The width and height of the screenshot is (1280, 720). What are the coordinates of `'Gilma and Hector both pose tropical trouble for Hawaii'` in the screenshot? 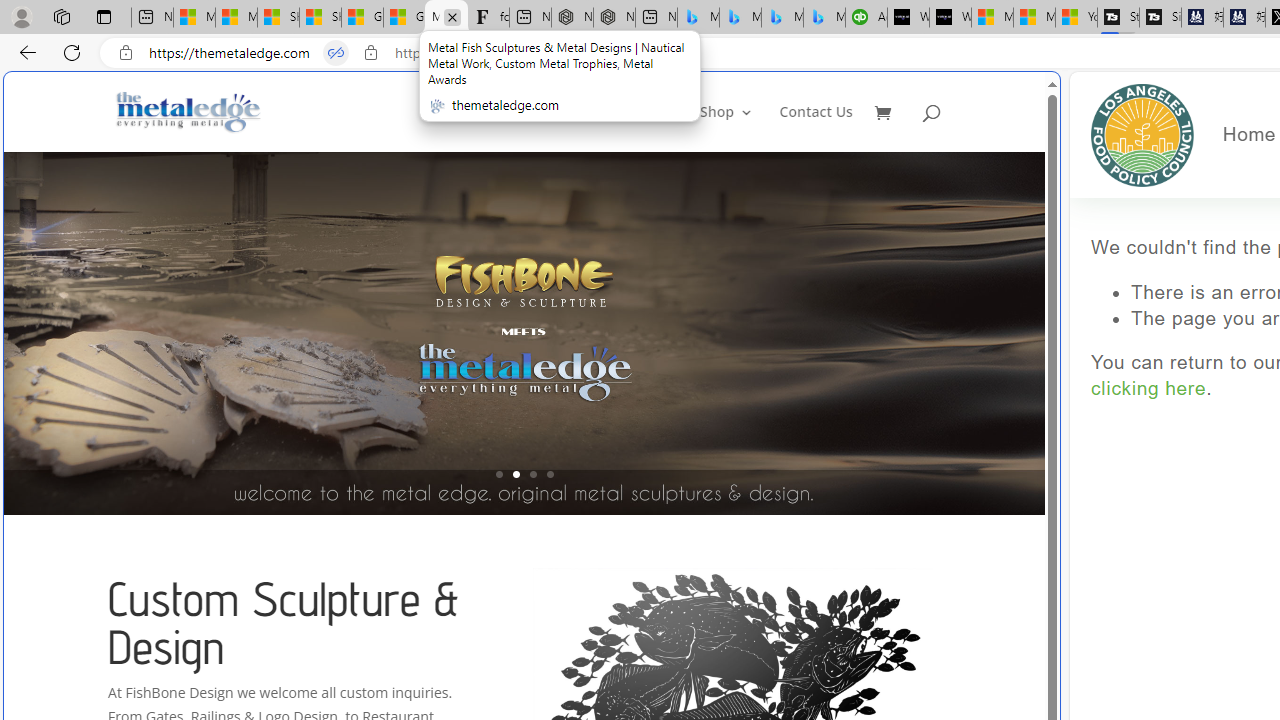 It's located at (403, 17).